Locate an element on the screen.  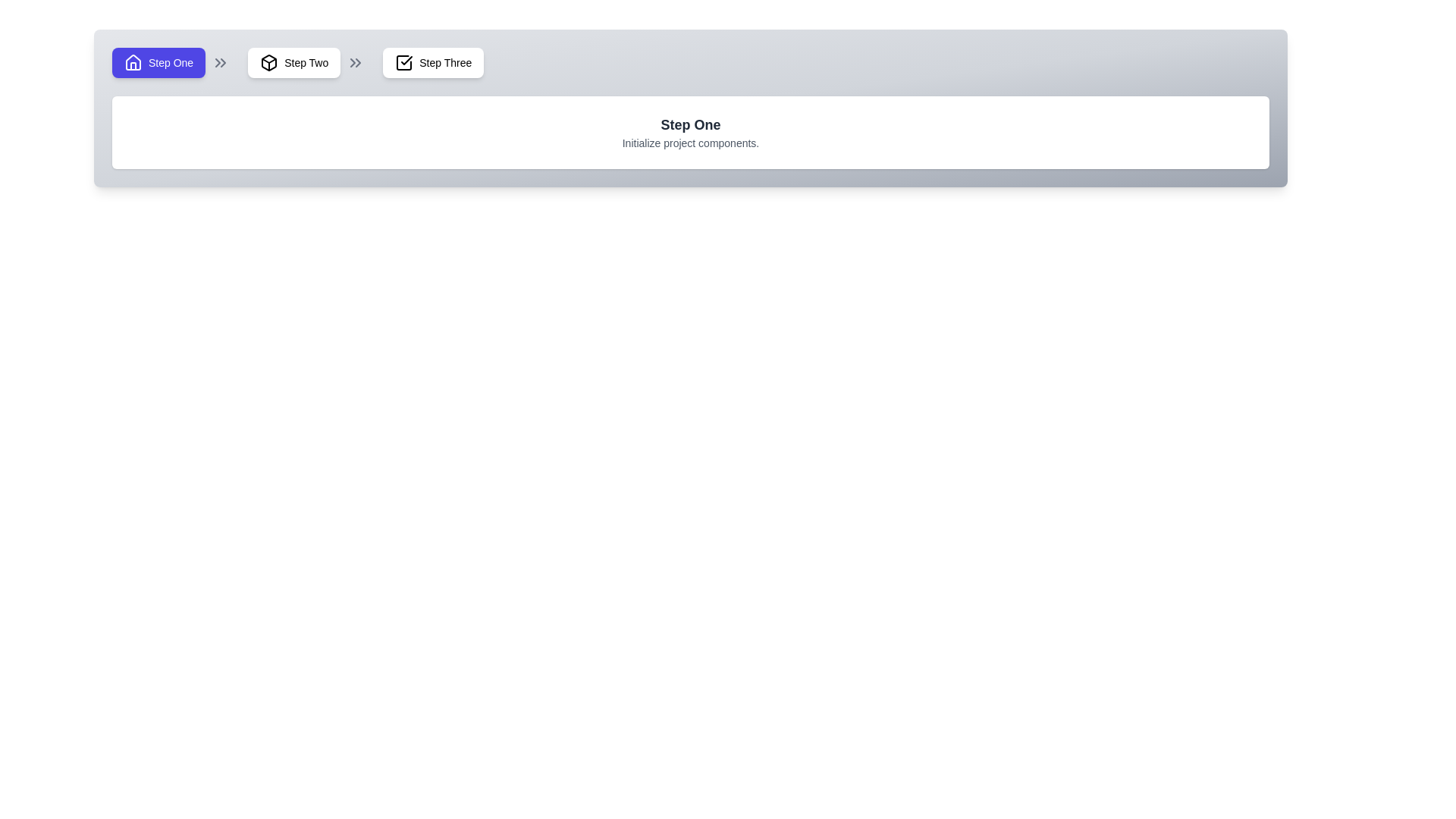
the square-shaped checkmark icon located within the 'Step Three' button, positioned before the label 'Step Three' in the step-by-step navigation bar is located at coordinates (404, 62).